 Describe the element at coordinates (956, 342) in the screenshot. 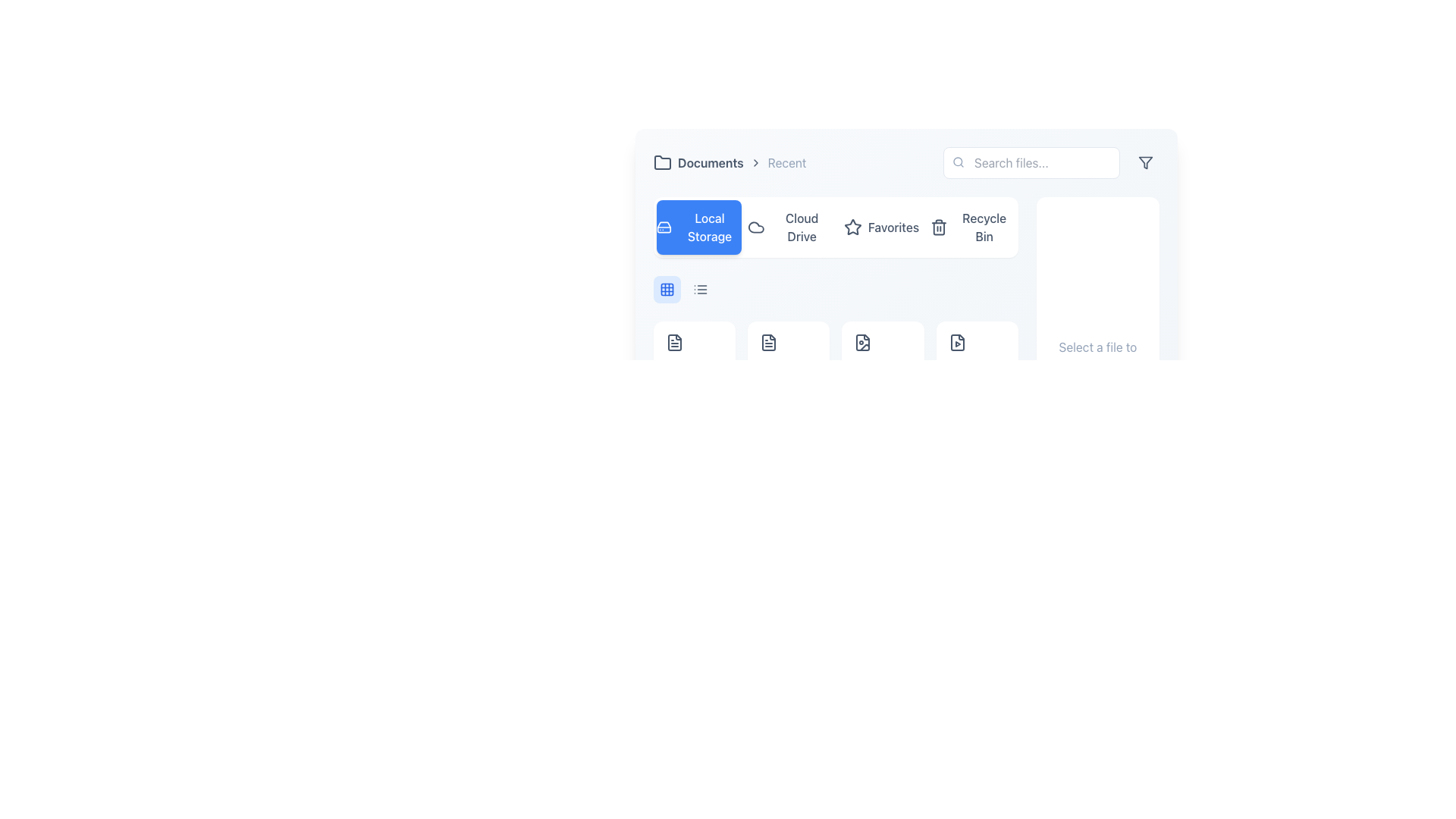

I see `the small video file icon with a play button located` at that location.